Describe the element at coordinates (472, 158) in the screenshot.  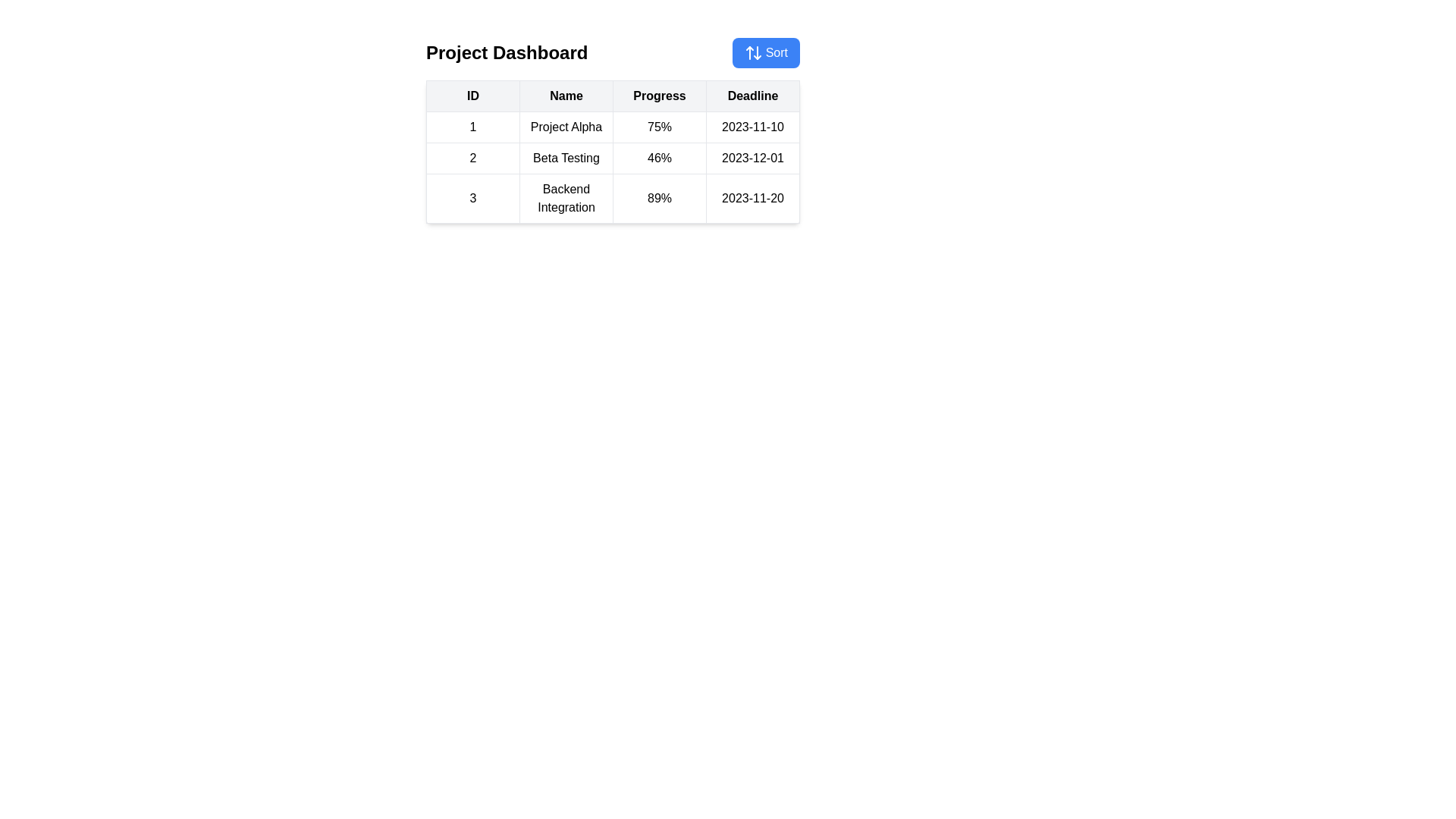
I see `the static text element displaying the number '2', which is located in the first column of the second row under the 'ID' heading in the table` at that location.